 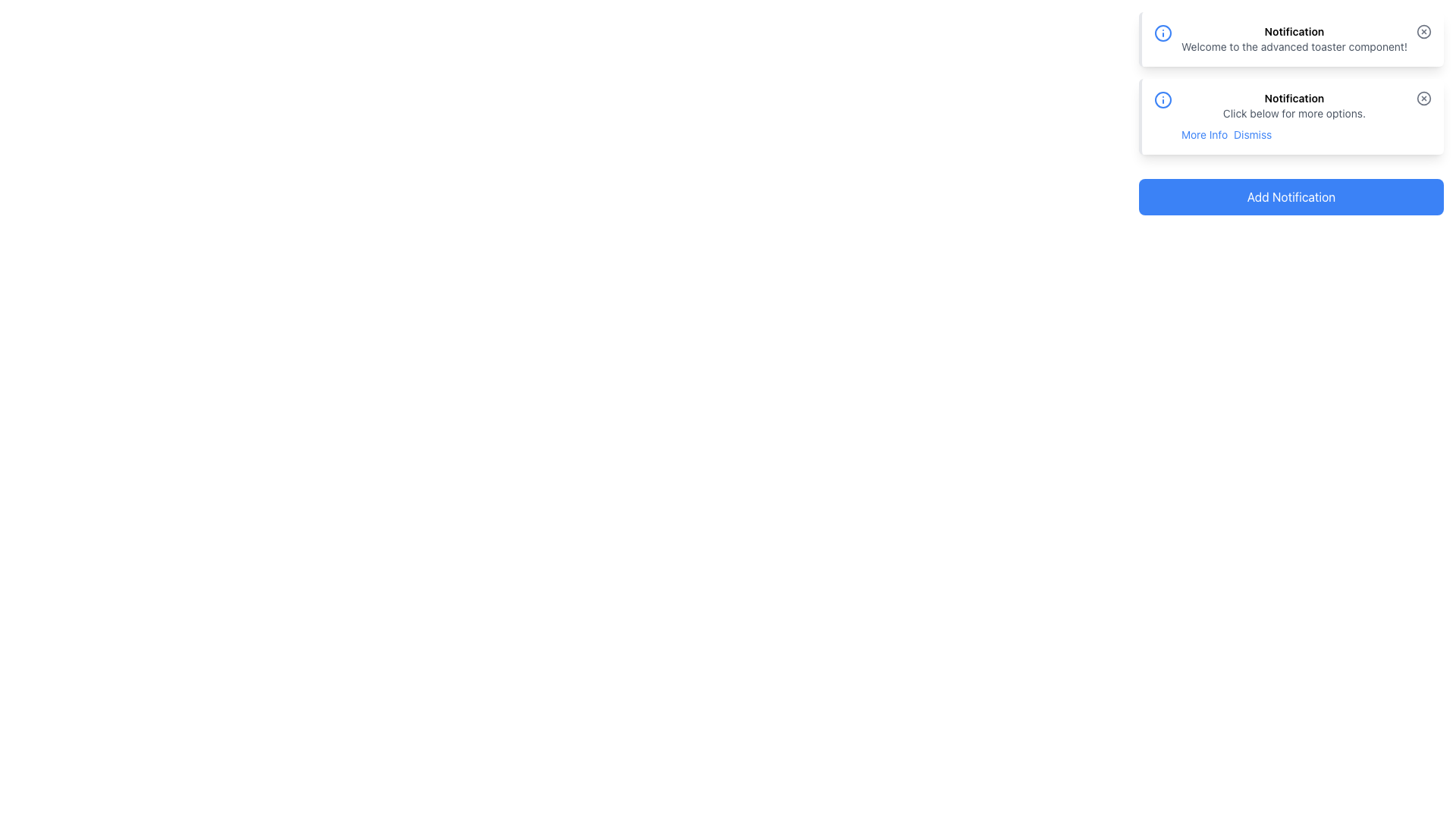 I want to click on the circular element located in the top-right corner of the notification box within the SVG graphic, so click(x=1423, y=32).